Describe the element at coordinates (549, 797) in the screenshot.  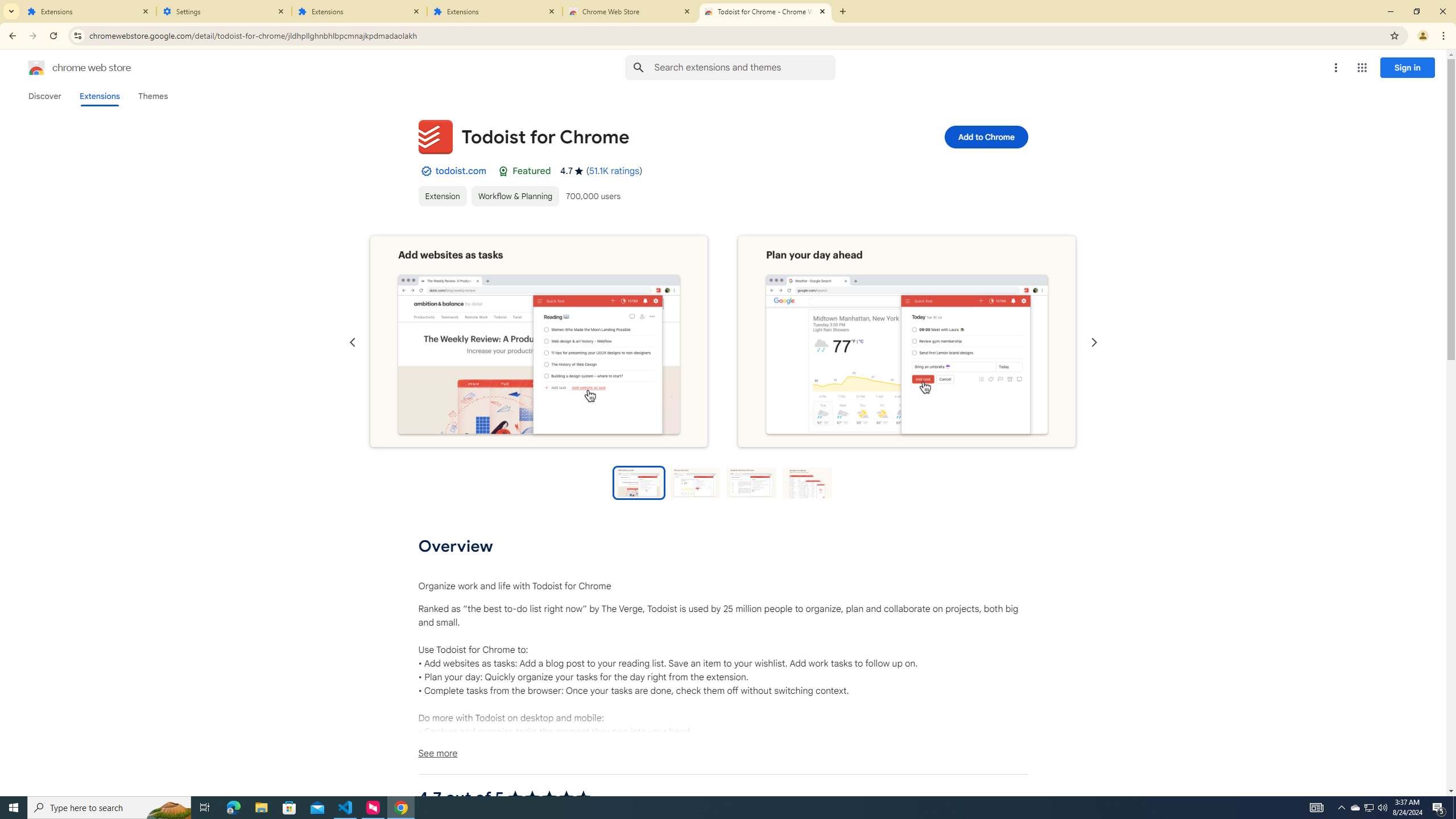
I see `'4.7 out of 5 stars'` at that location.